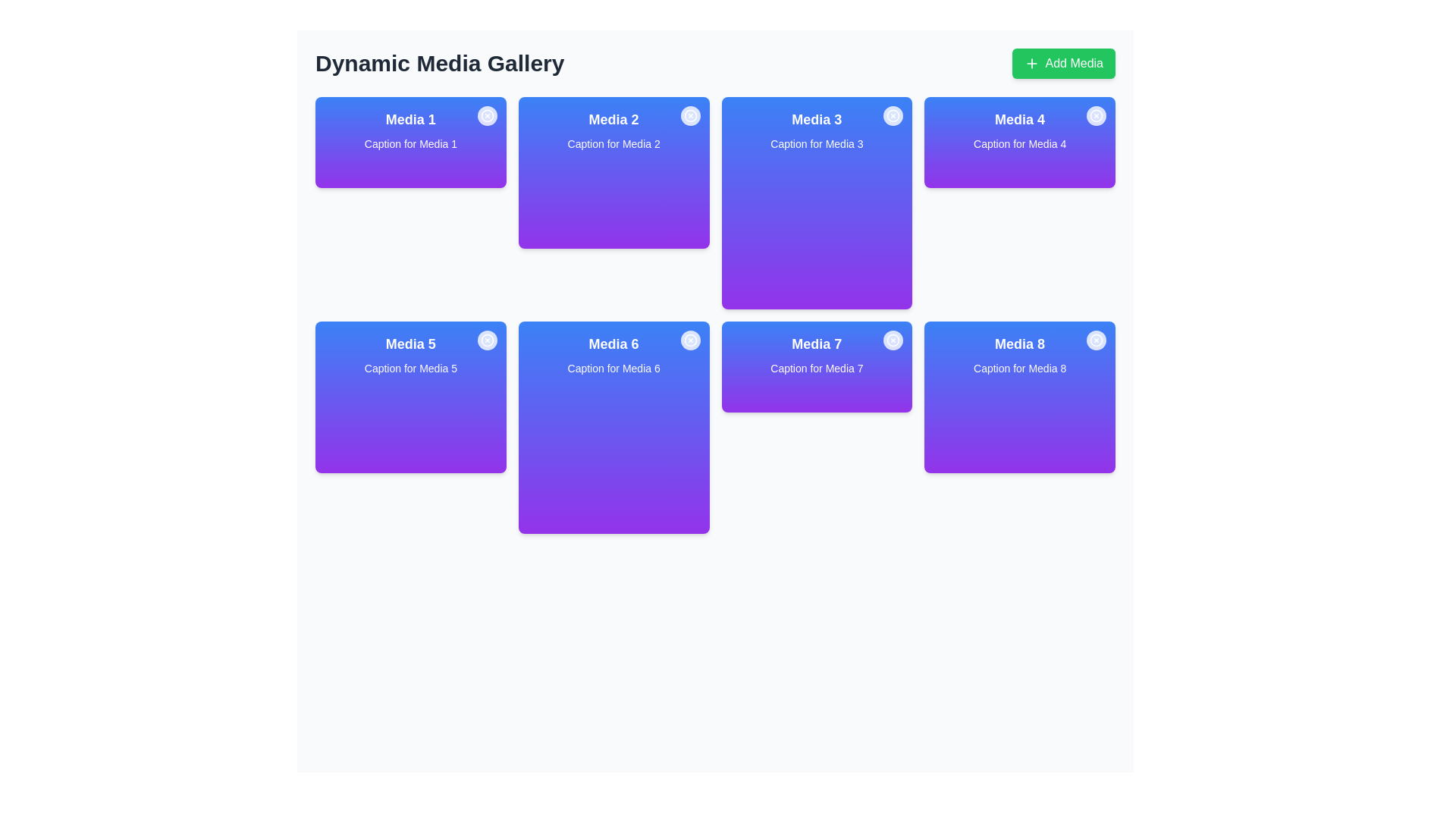  Describe the element at coordinates (816, 143) in the screenshot. I see `the Text label located at the bottom part of the Media 3 card, which provides descriptive context for the card` at that location.